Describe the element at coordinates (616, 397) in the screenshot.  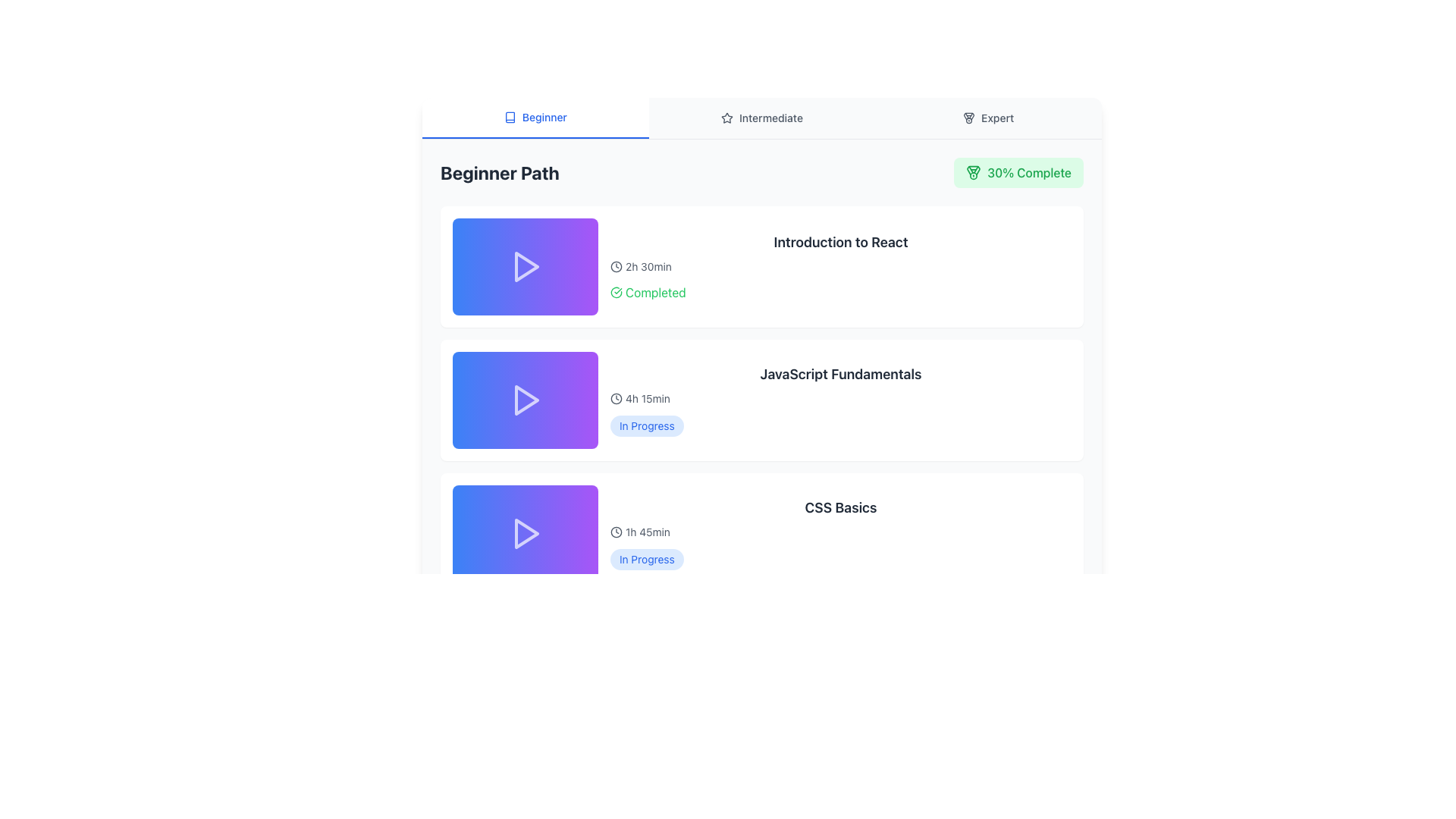
I see `the clock icon element, which is a minimalistic design with a circular outline and two hands, located to the left of the '4h 15min' text in the 'JavaScript Fundamentals' card` at that location.